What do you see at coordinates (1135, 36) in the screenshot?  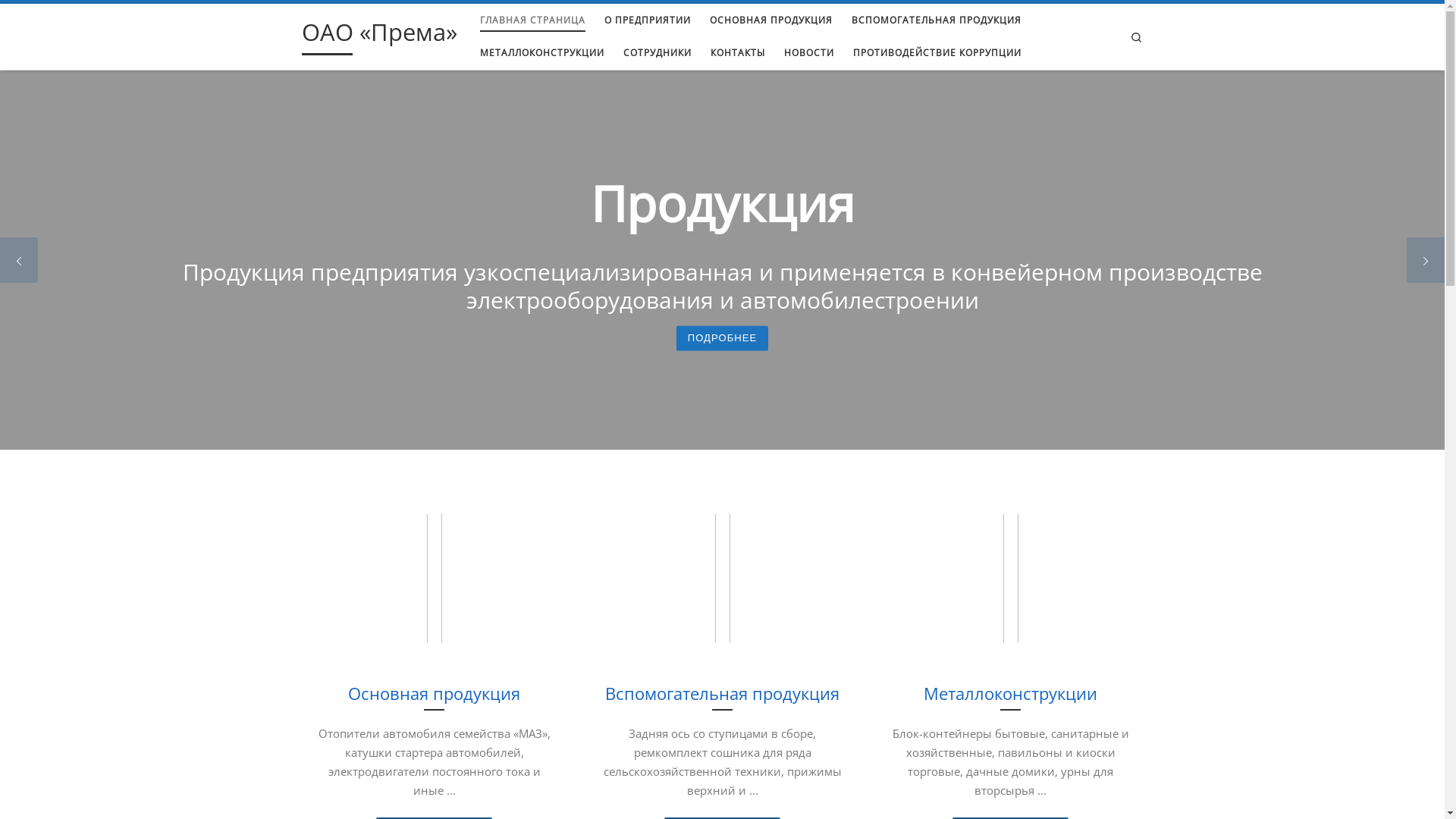 I see `'Search'` at bounding box center [1135, 36].